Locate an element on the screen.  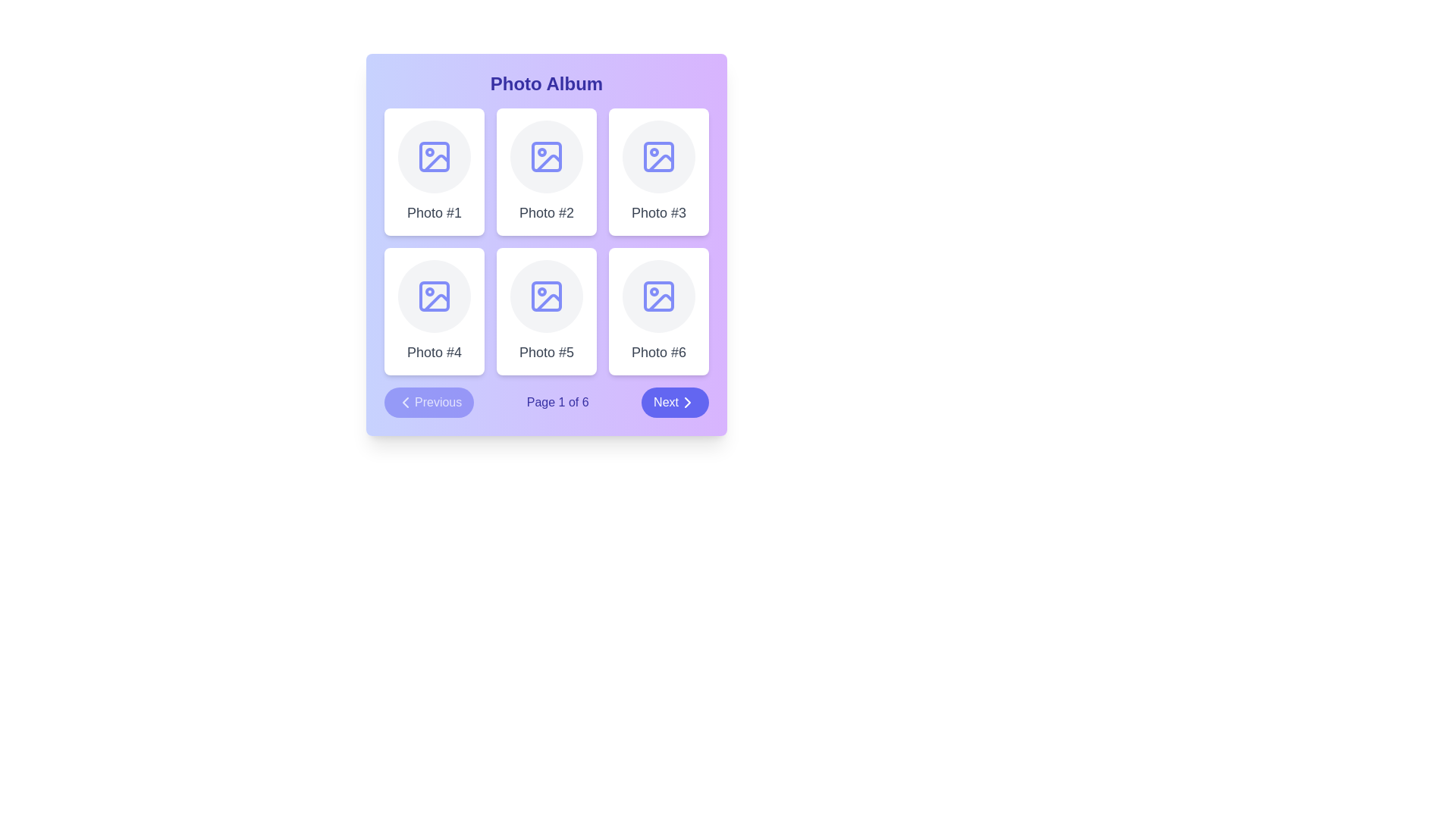
the rightward-pointing chevron icon within the blue circular button labeled 'Next' located at the bottom right corner of the navigation bar to trigger a tooltip or animated effect is located at coordinates (687, 402).